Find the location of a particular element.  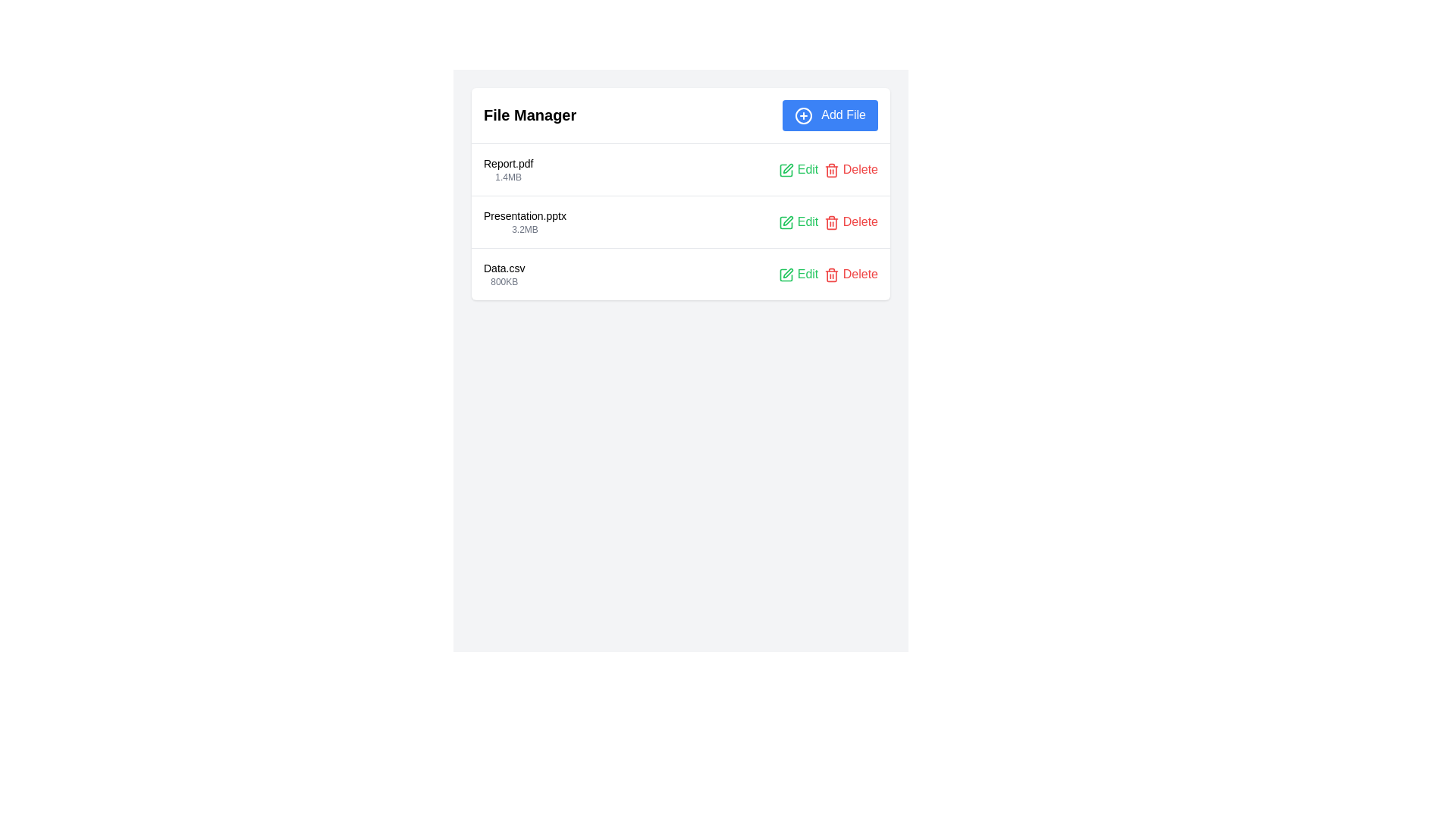

the text label that provides information about the file size of 'Data.csv', which is located below the 'Data.csv' label in the 'File Manager' section and is the third row in the list is located at coordinates (504, 281).